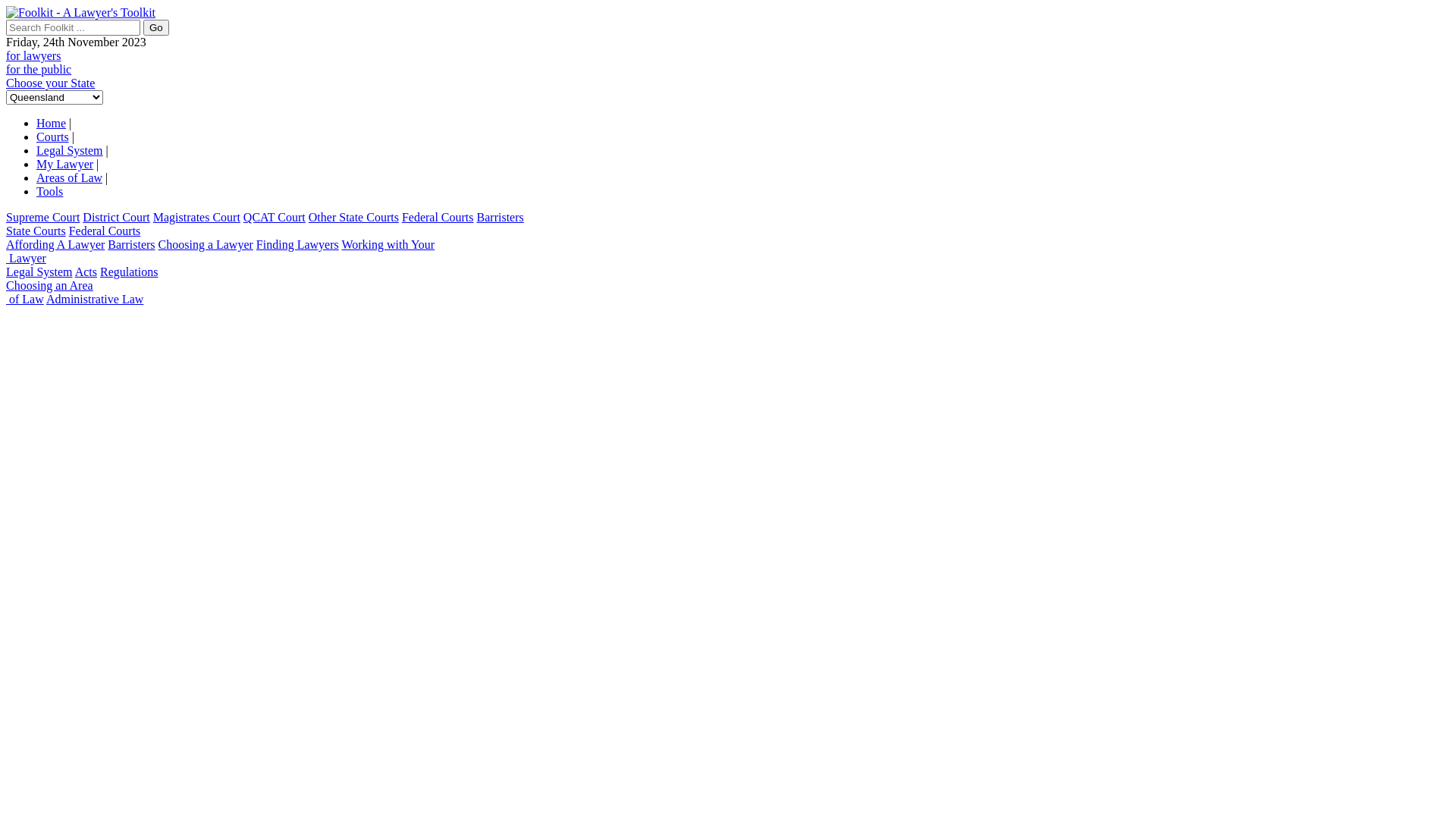  I want to click on 'Barristers', so click(130, 243).